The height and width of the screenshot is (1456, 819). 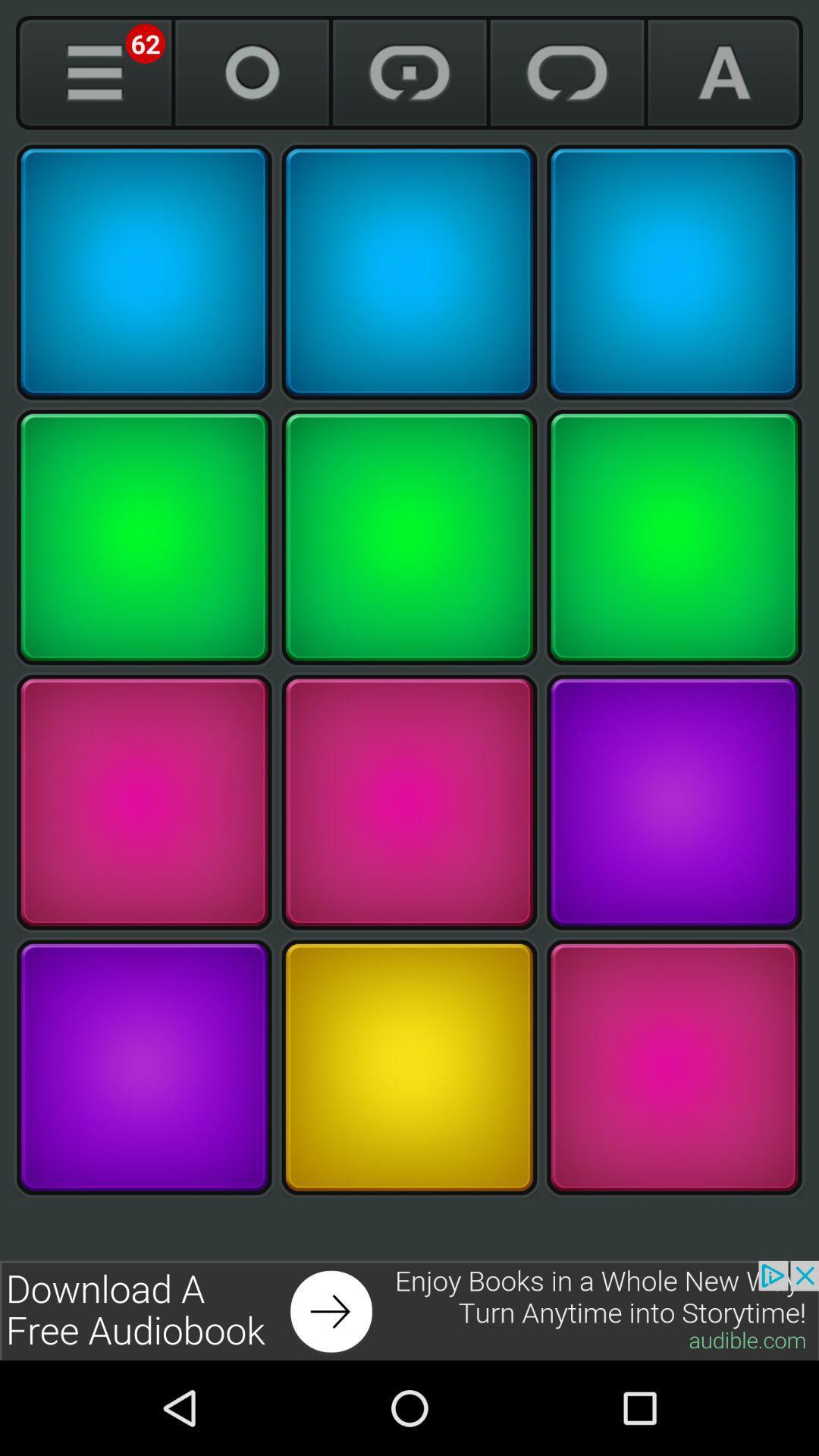 I want to click on green button, so click(x=409, y=537).